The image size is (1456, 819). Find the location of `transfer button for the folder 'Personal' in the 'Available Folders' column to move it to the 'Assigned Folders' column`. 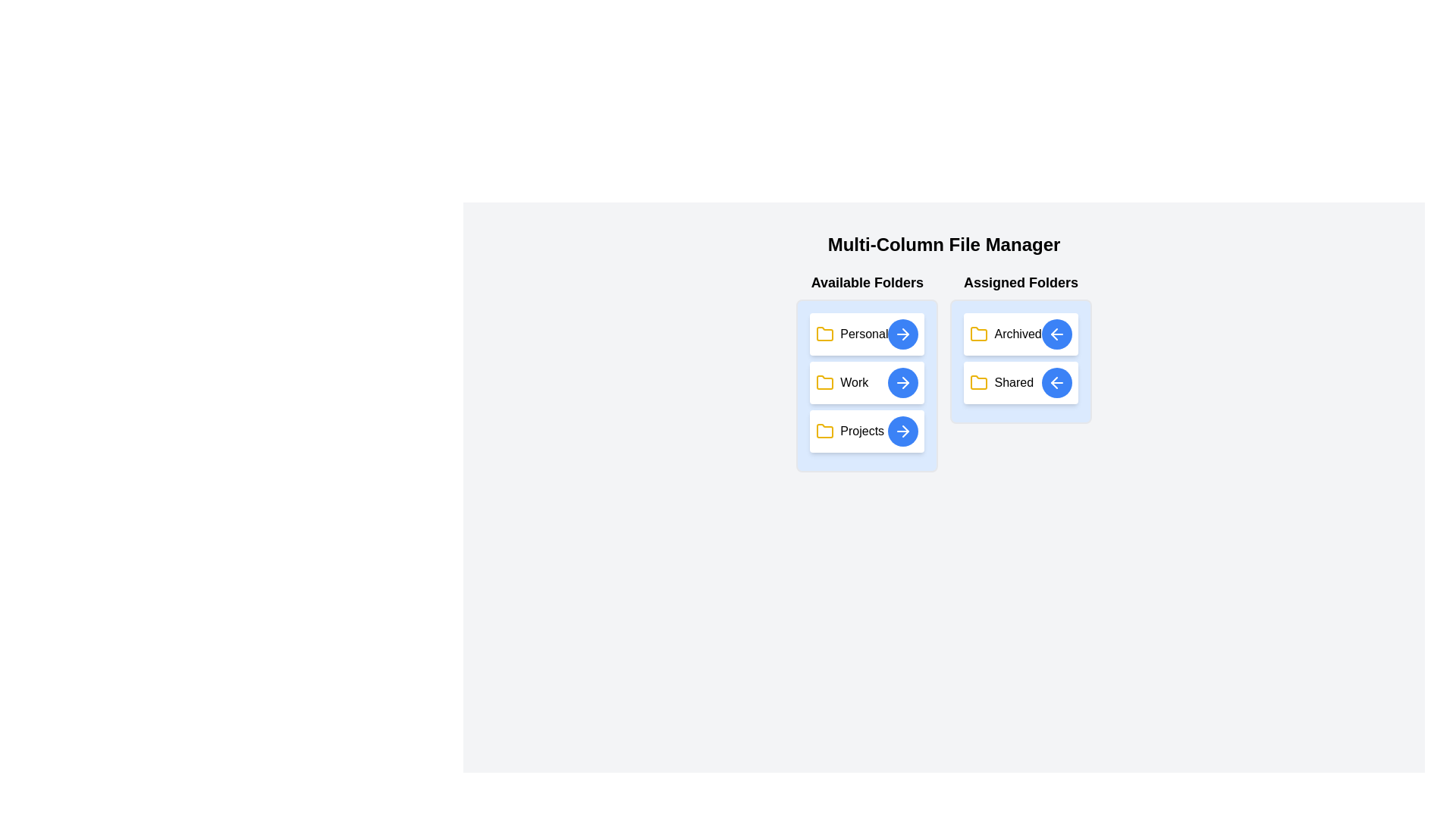

transfer button for the folder 'Personal' in the 'Available Folders' column to move it to the 'Assigned Folders' column is located at coordinates (903, 333).